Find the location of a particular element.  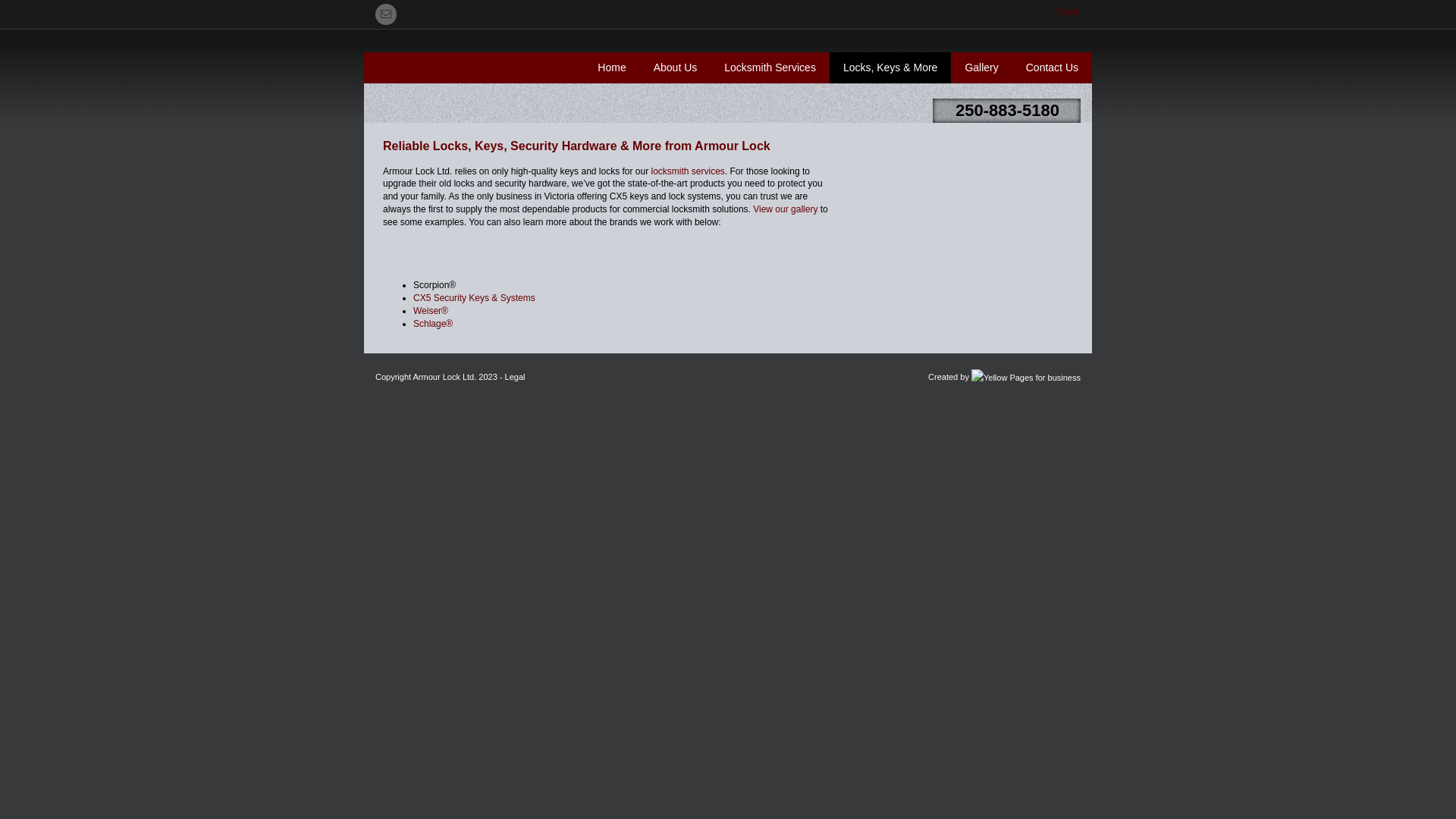

'250-883-5180' is located at coordinates (1007, 109).